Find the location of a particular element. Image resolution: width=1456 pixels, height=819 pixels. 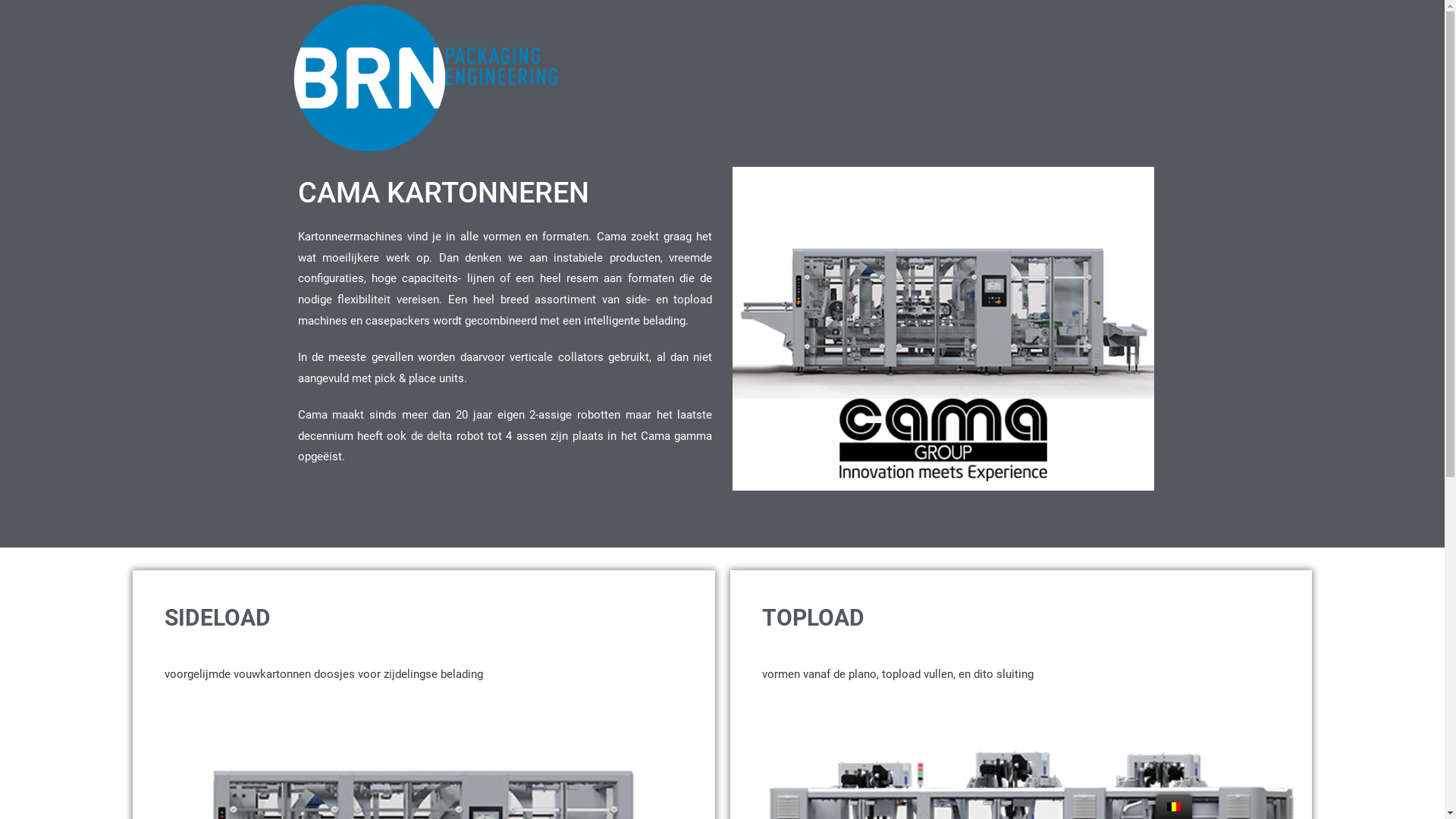

'PRODUCTEN' is located at coordinates (691, 55).